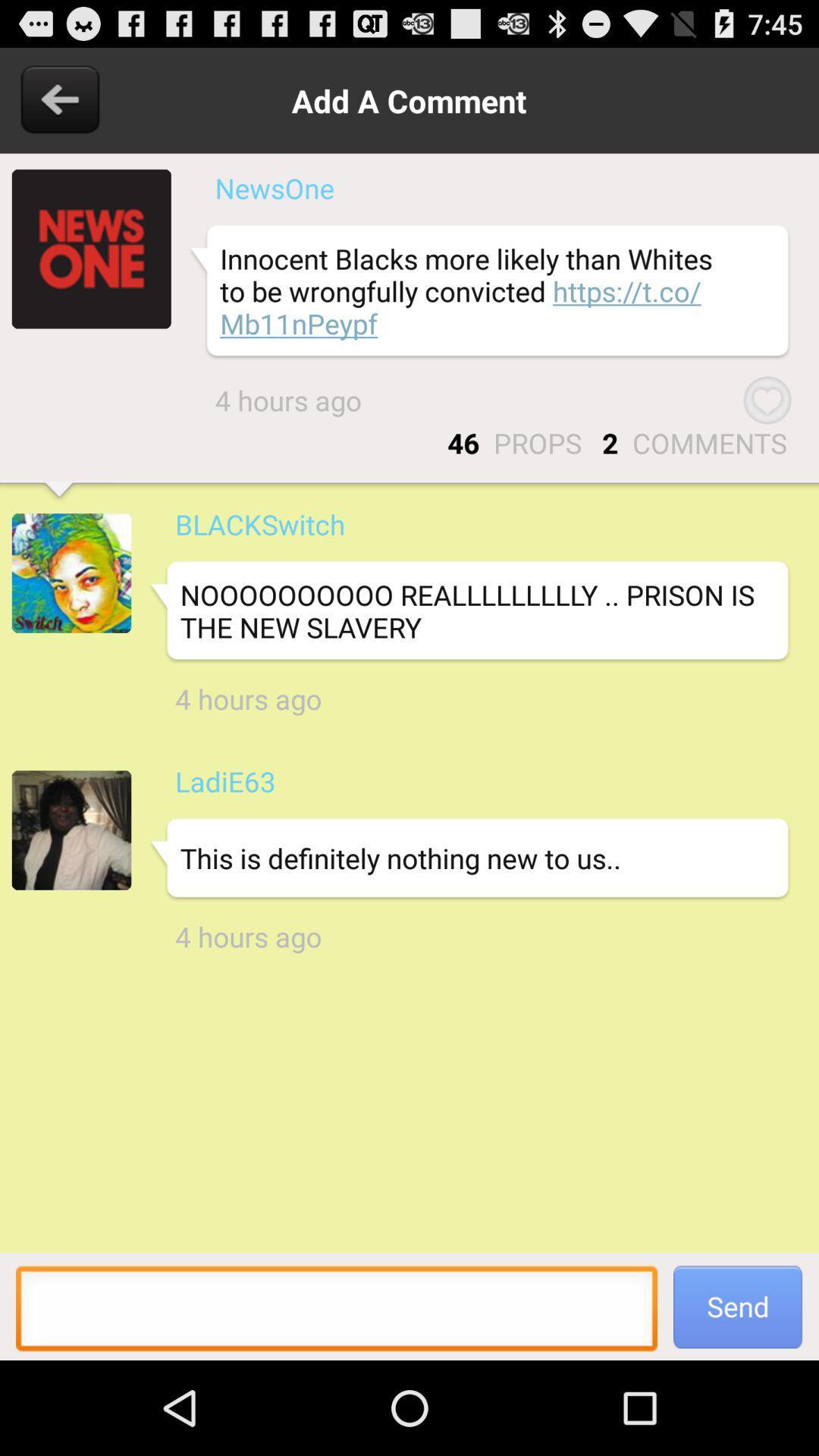  I want to click on noooooooooo reallllllllly prison icon, so click(468, 611).